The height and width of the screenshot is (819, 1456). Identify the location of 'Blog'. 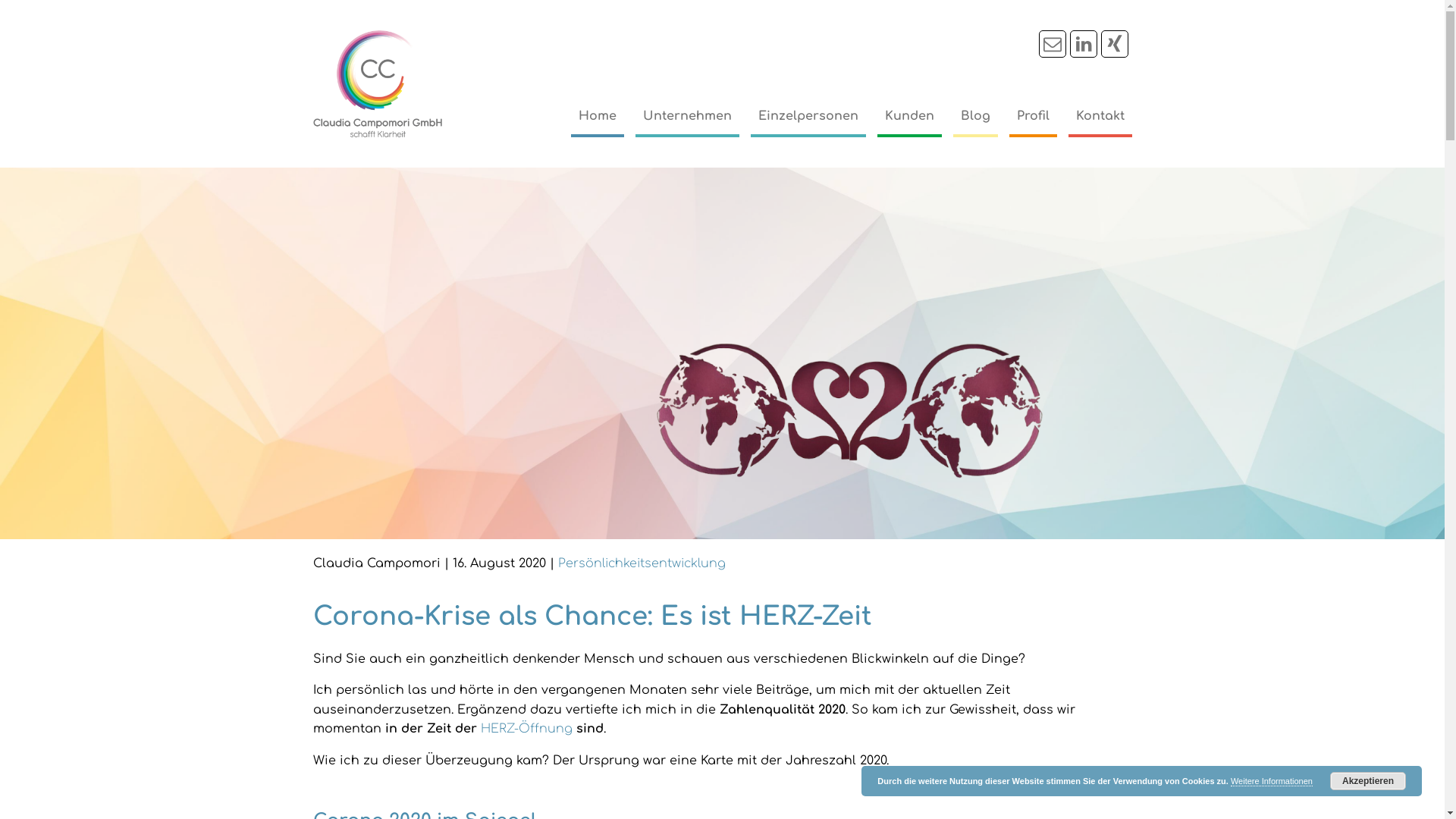
(974, 116).